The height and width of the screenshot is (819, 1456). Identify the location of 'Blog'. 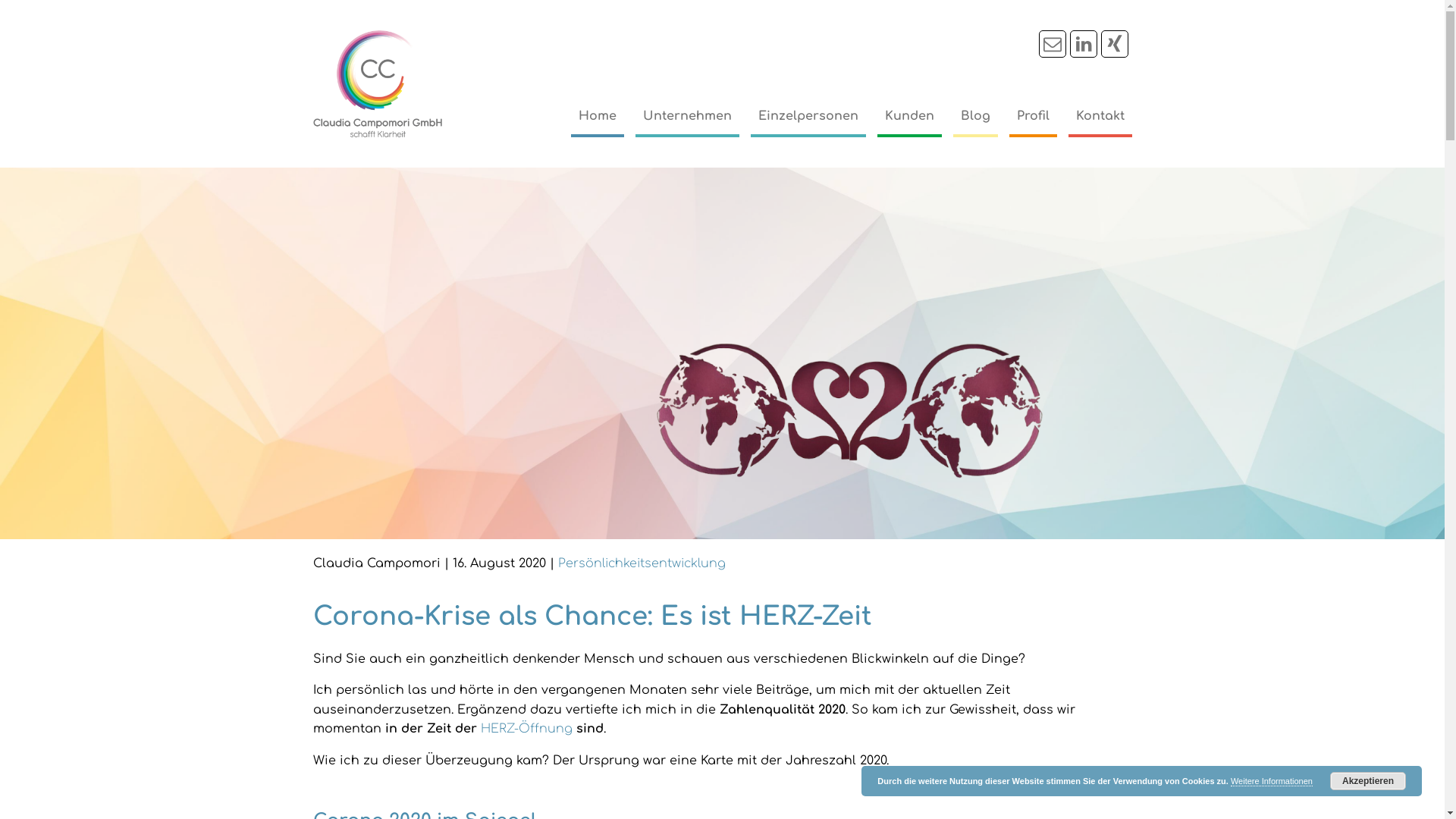
(974, 116).